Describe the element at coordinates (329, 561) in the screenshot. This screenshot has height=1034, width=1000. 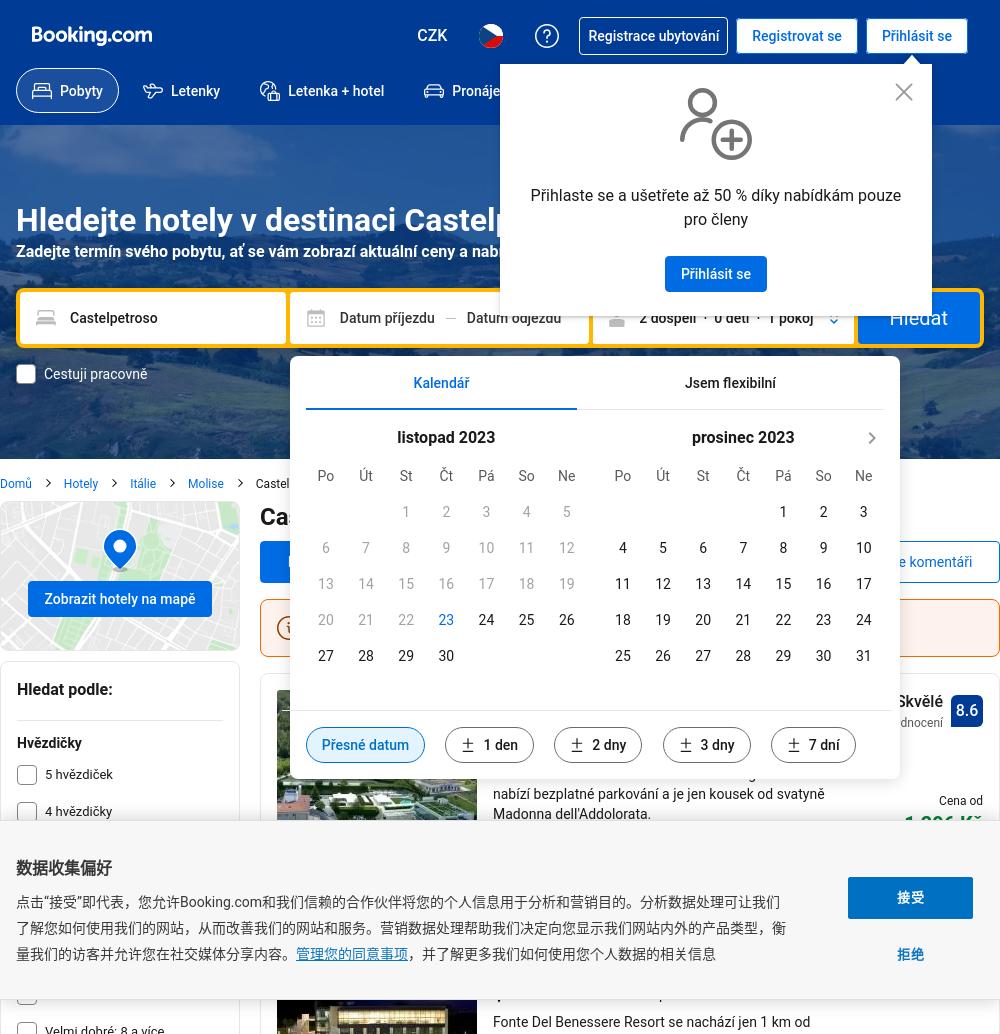
I see `'Náš top výběr'` at that location.